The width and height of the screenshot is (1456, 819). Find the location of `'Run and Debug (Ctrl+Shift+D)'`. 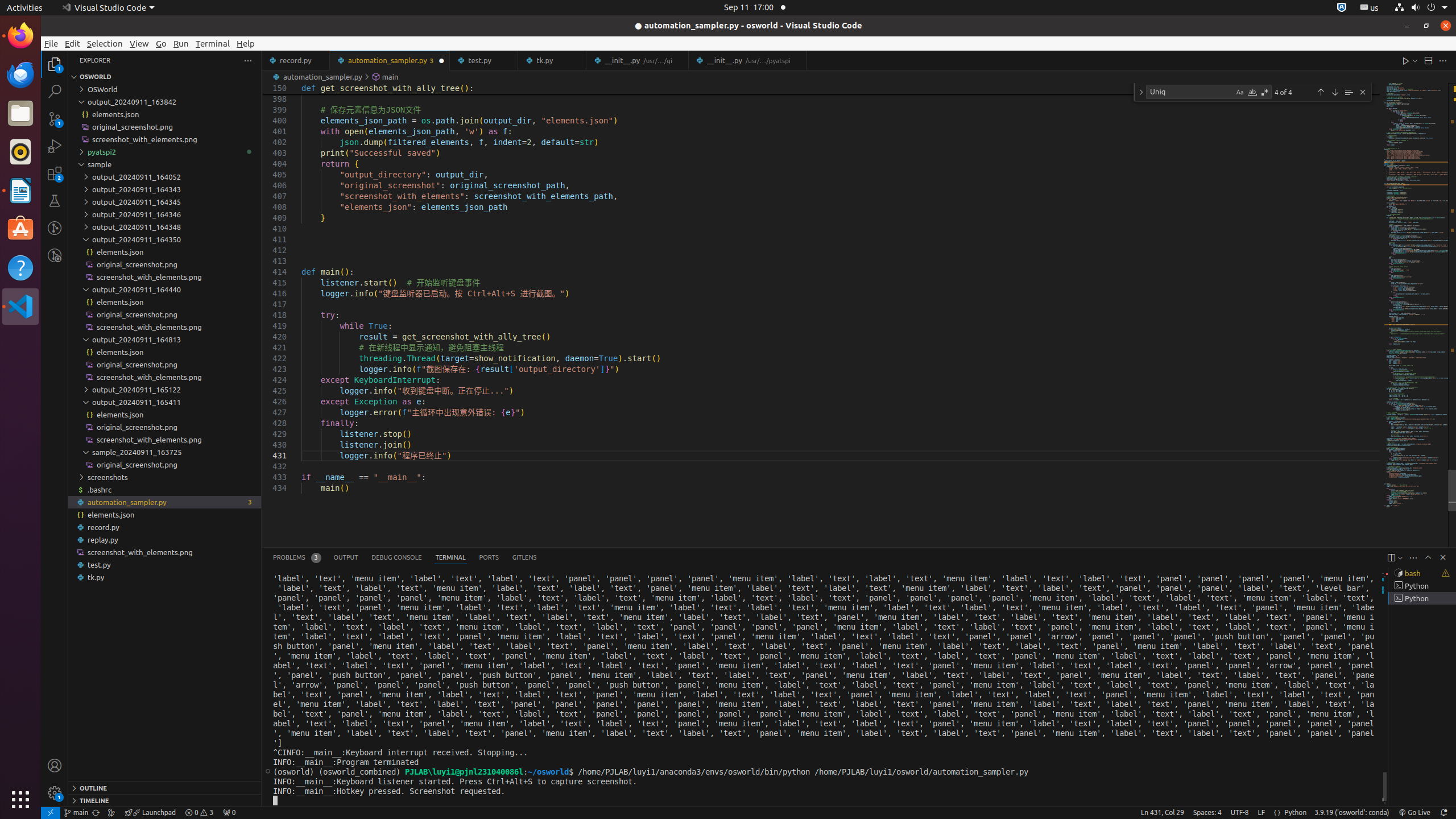

'Run and Debug (Ctrl+Shift+D)' is located at coordinates (54, 146).